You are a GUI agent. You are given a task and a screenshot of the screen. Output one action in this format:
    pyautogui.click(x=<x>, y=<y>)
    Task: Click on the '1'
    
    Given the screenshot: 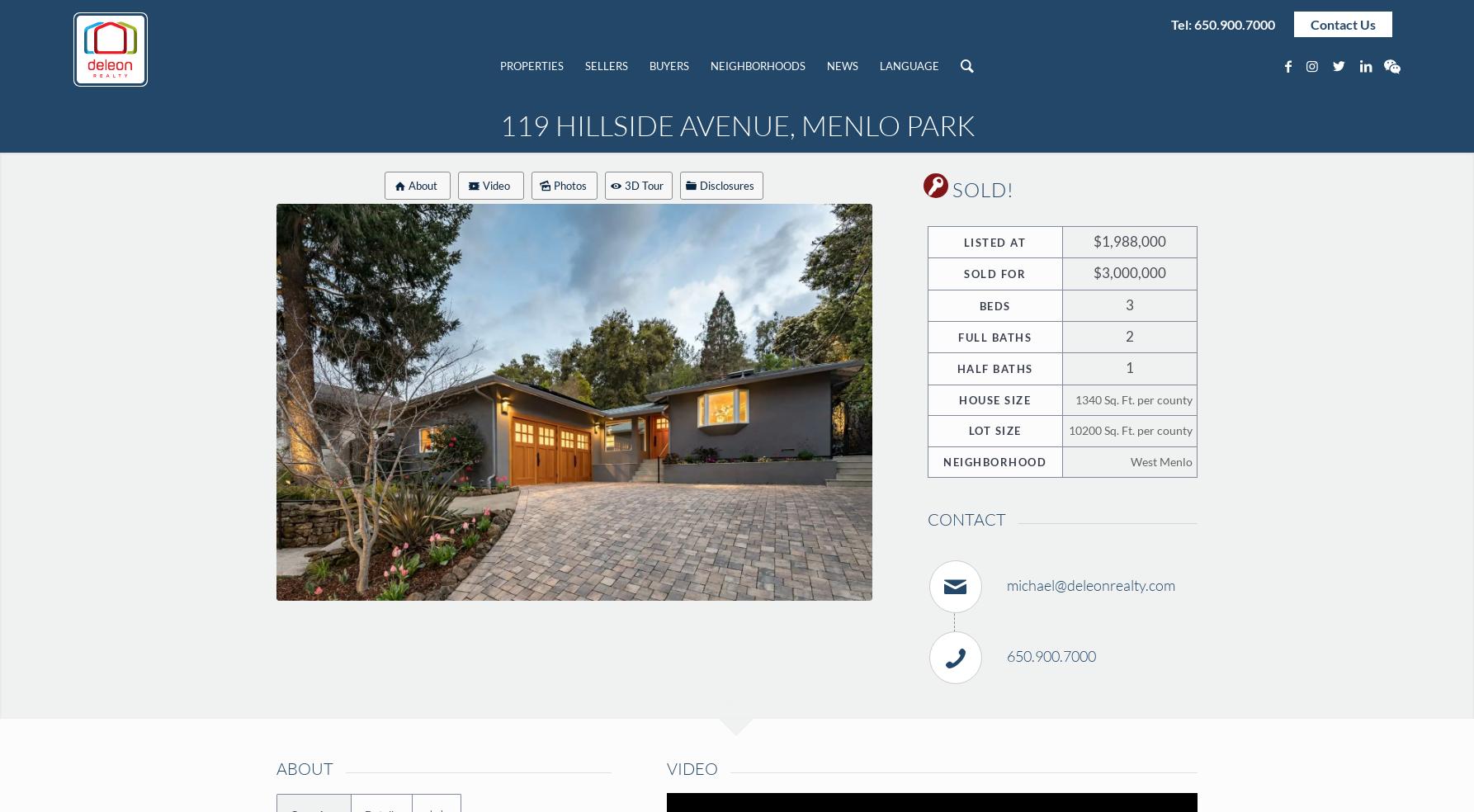 What is the action you would take?
    pyautogui.click(x=1124, y=367)
    